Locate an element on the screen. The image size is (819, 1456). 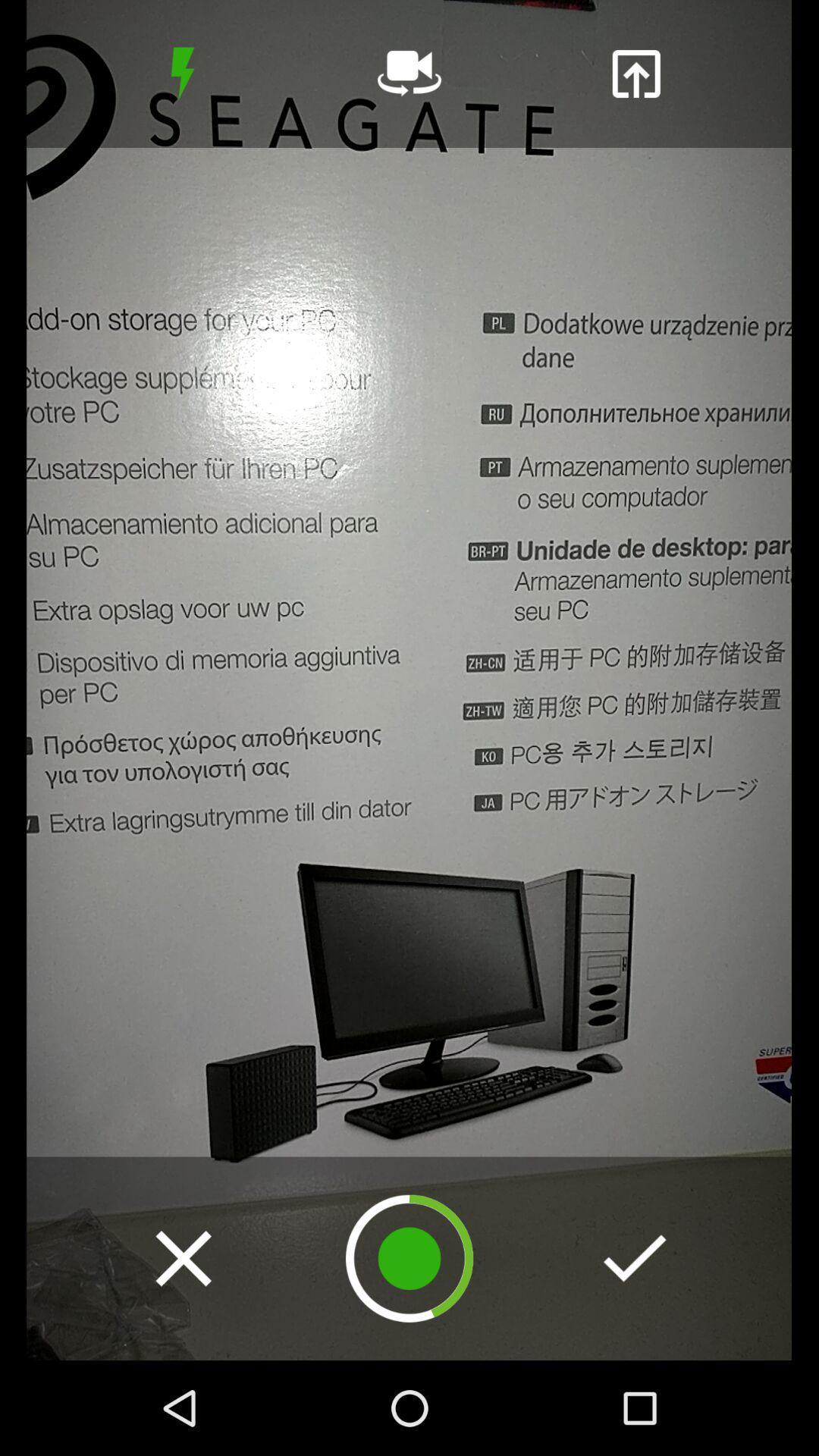
the check icon is located at coordinates (635, 1258).